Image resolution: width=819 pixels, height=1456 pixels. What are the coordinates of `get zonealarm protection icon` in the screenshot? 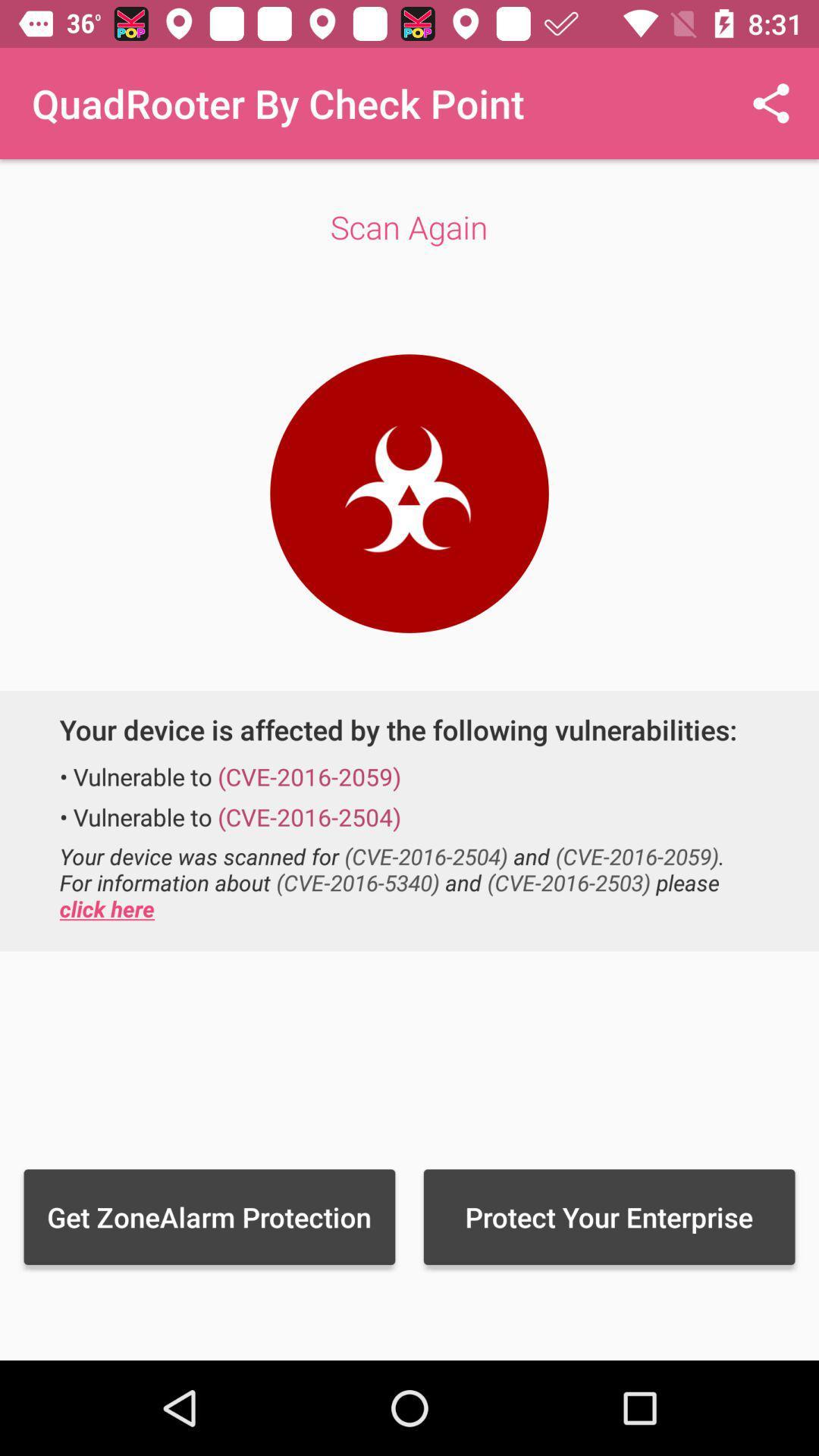 It's located at (209, 1216).